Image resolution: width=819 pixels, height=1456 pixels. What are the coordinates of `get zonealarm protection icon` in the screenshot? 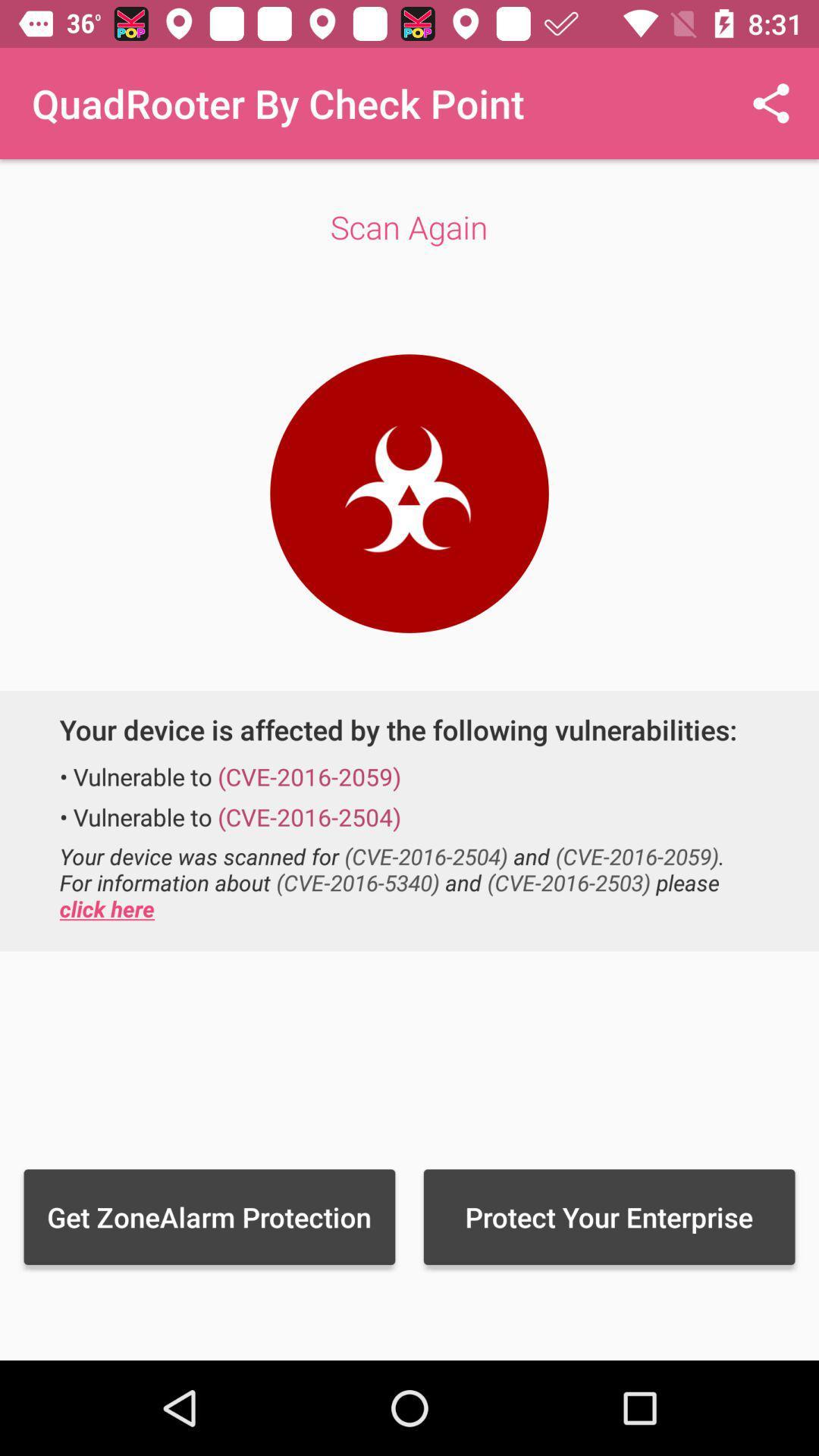 It's located at (209, 1216).